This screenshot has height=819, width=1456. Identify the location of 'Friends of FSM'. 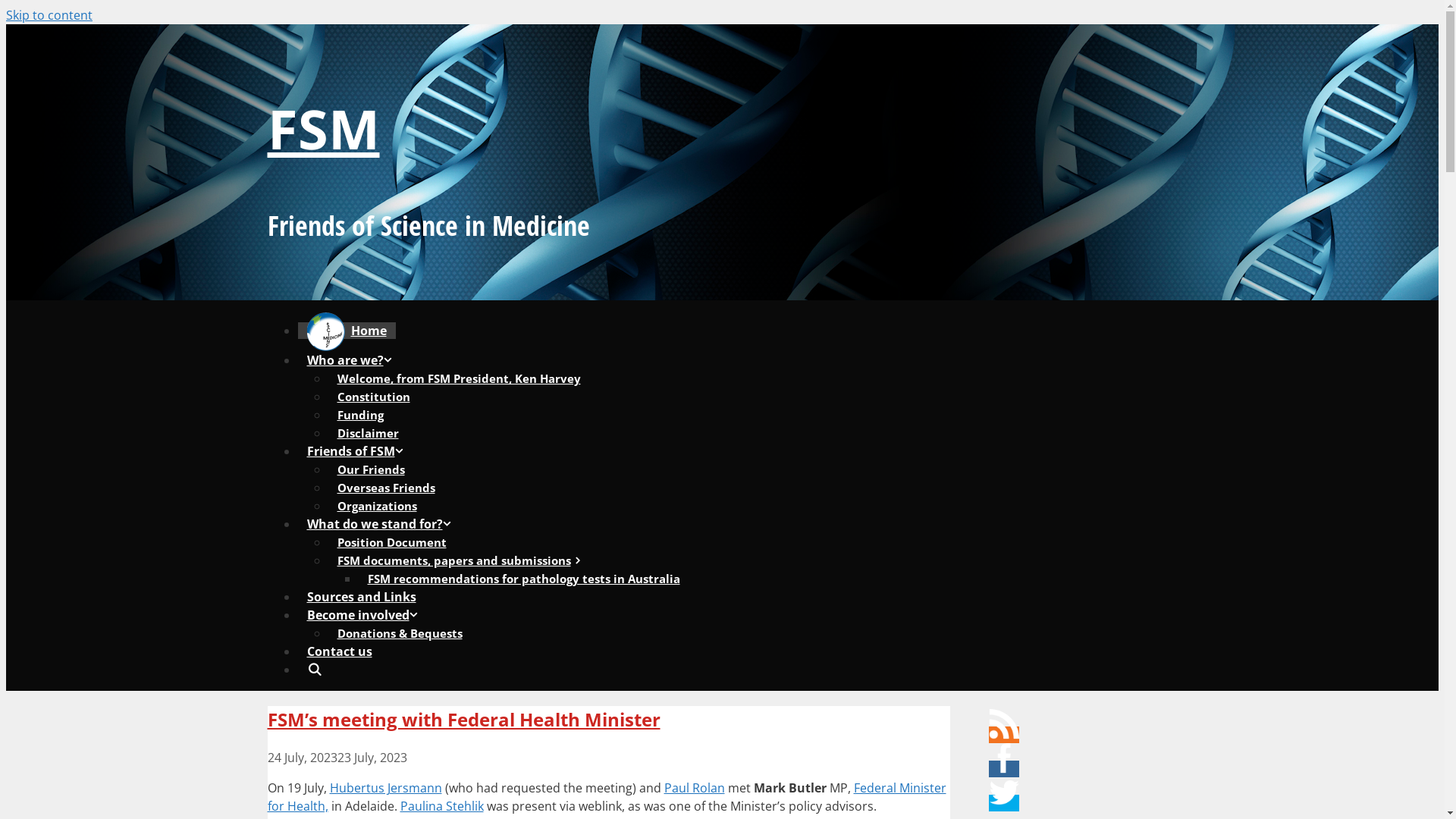
(359, 450).